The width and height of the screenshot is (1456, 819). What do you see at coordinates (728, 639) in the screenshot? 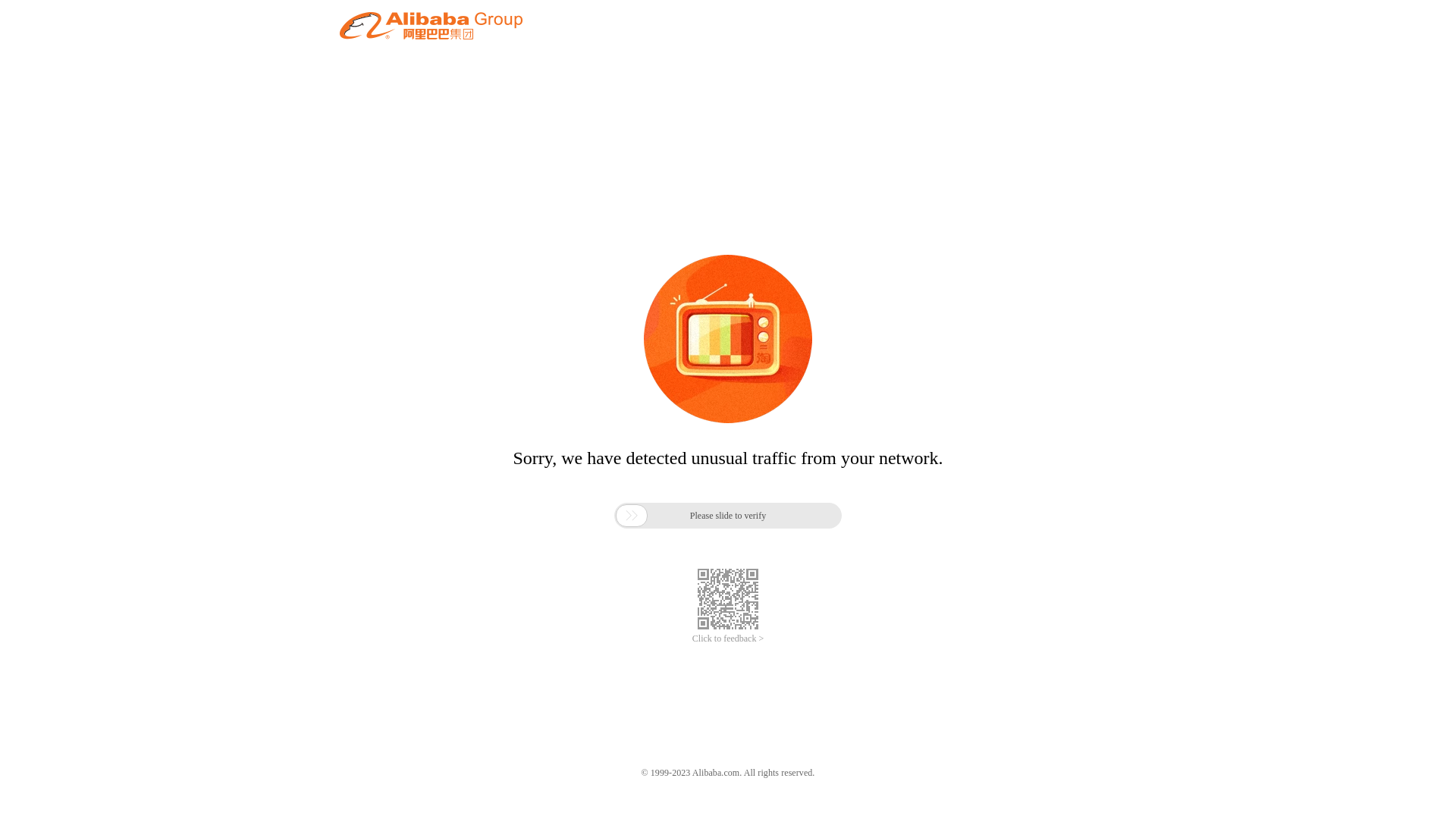
I see `'Click to feedback >'` at bounding box center [728, 639].